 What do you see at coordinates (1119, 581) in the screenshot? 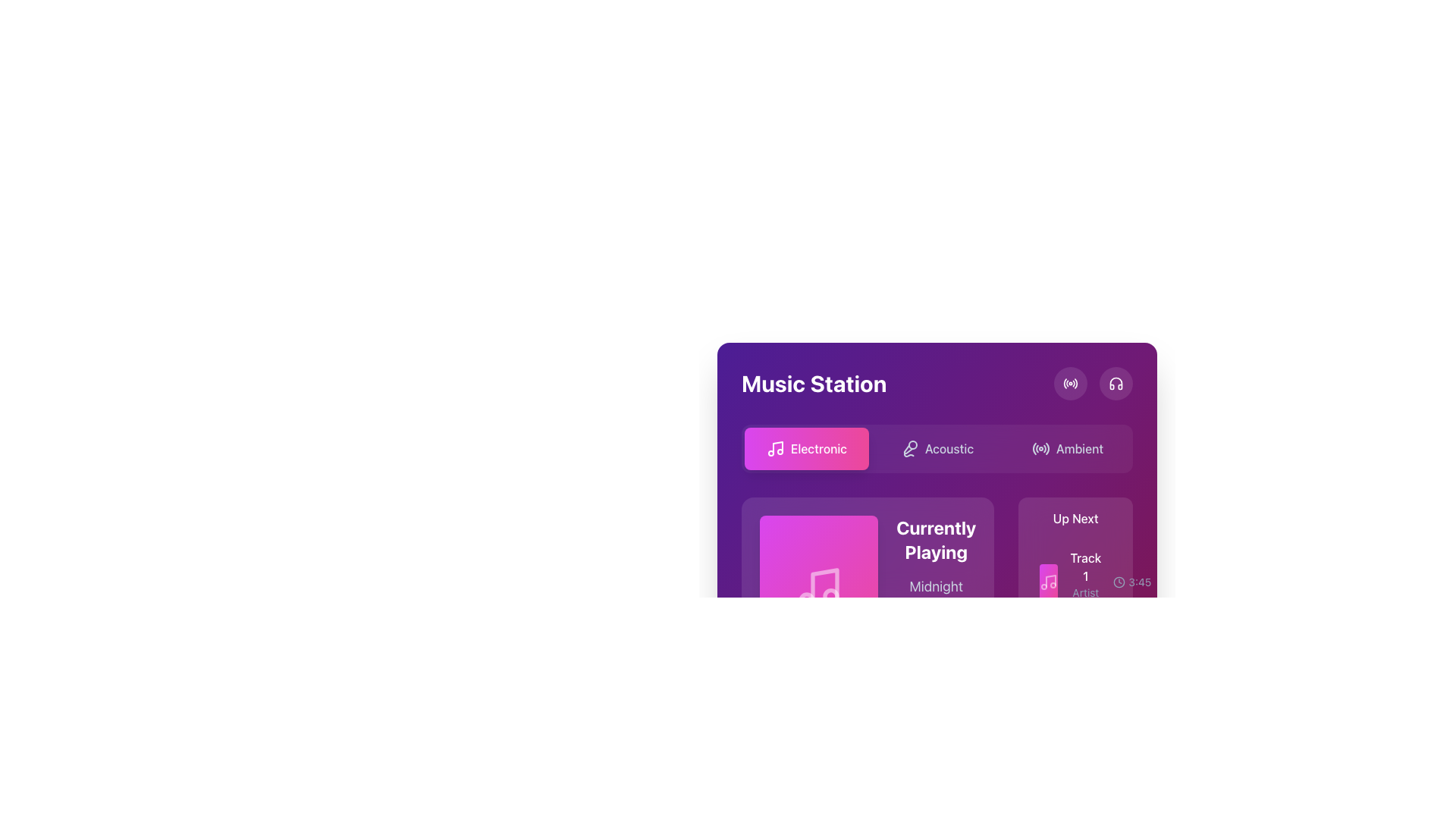
I see `the clock icon, which is a small circular outline with clock hands, located to the left of the text '3:45' near the bottom-right of the interface` at bounding box center [1119, 581].